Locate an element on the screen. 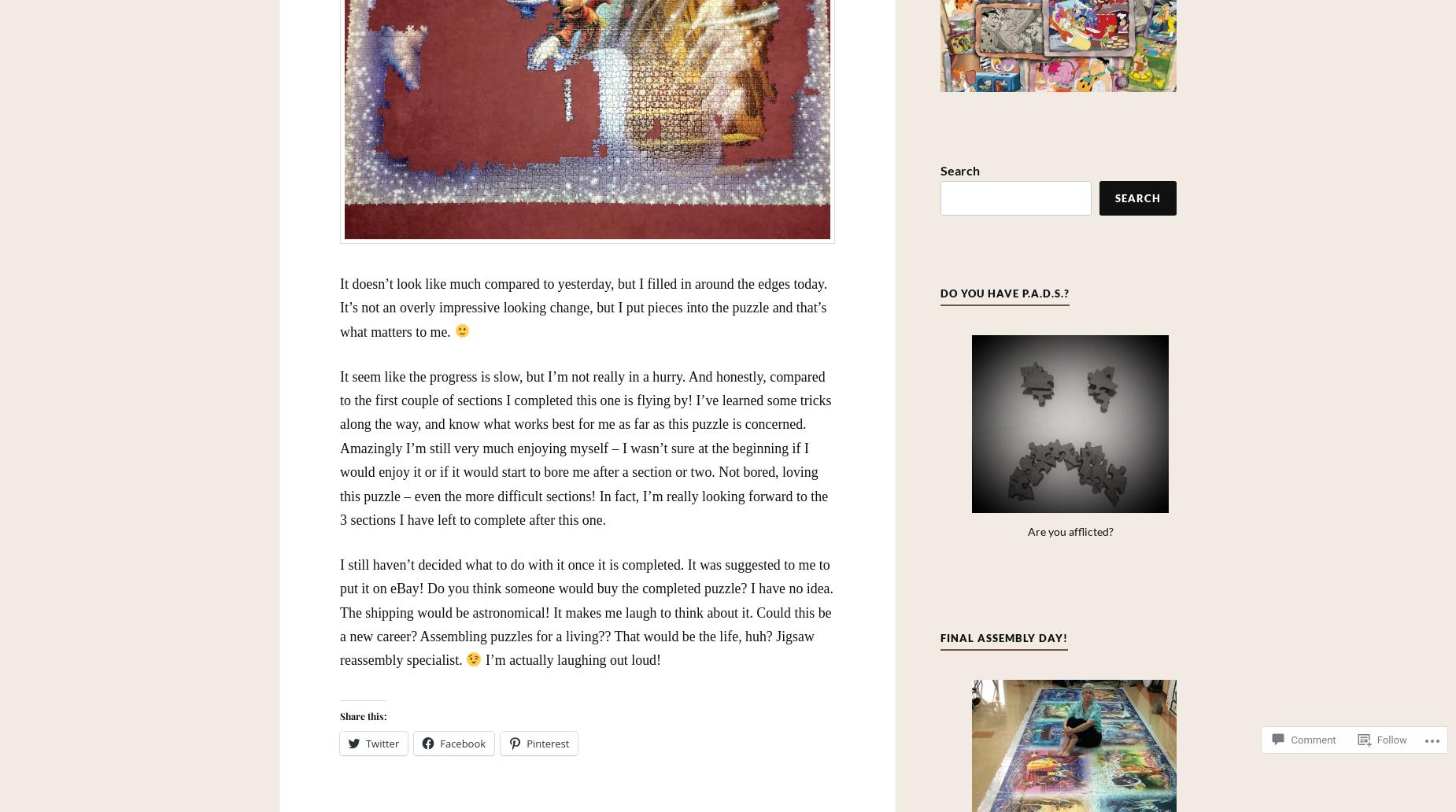  'I still haven’t decided what to do with it once it is completed. It was suggested to me to put it on eBay! Do you think someone would buy the completed puzzle? I have no idea. The shipping would be astronomical! It makes me laugh to think about it. Could this be a new career? Assembling puzzles for a living?? That would be the life, huh? Jigsaw reassembly specialist.' is located at coordinates (586, 612).